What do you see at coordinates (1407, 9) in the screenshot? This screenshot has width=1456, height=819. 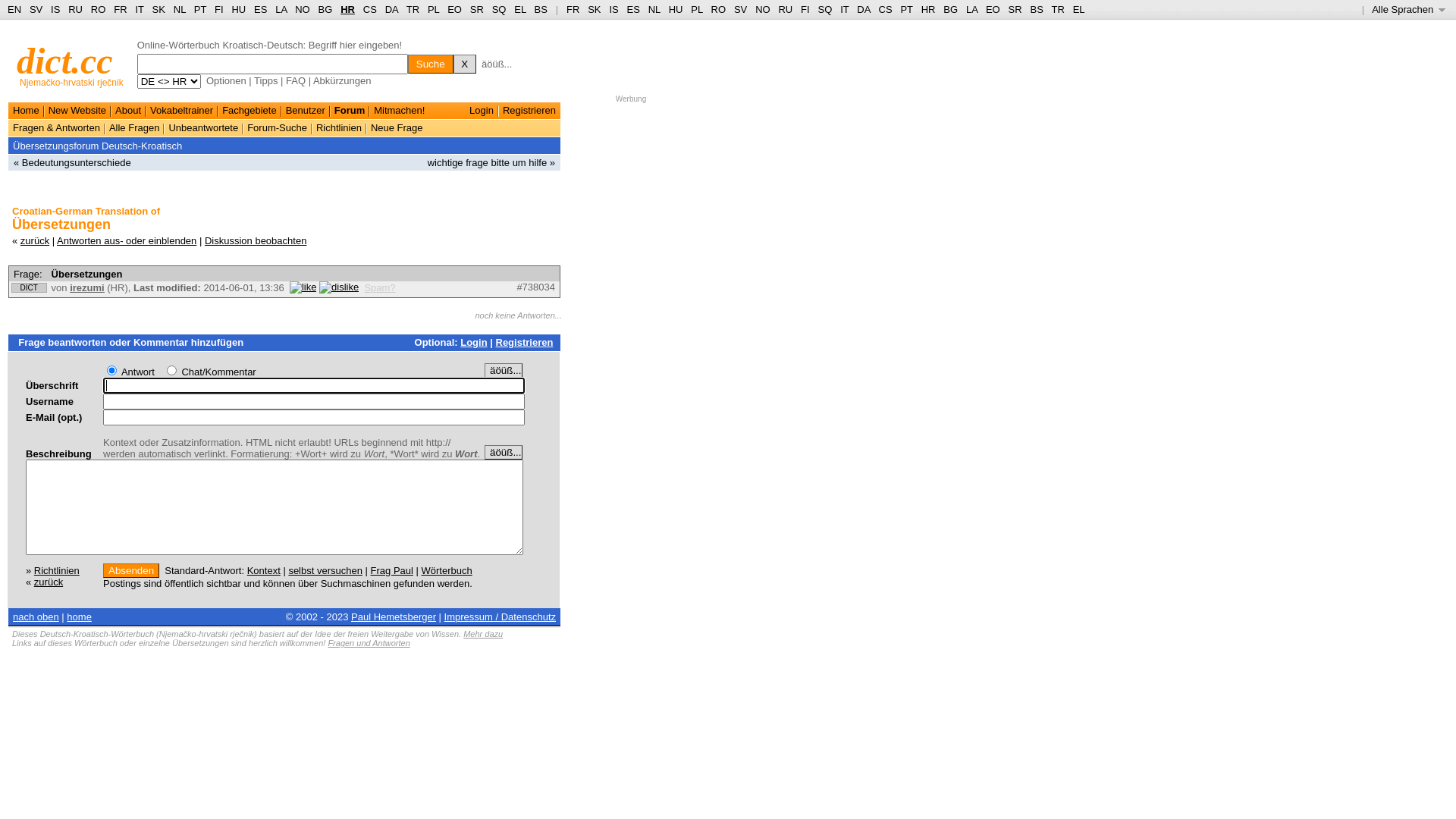 I see `'Alle Sprachen '` at bounding box center [1407, 9].